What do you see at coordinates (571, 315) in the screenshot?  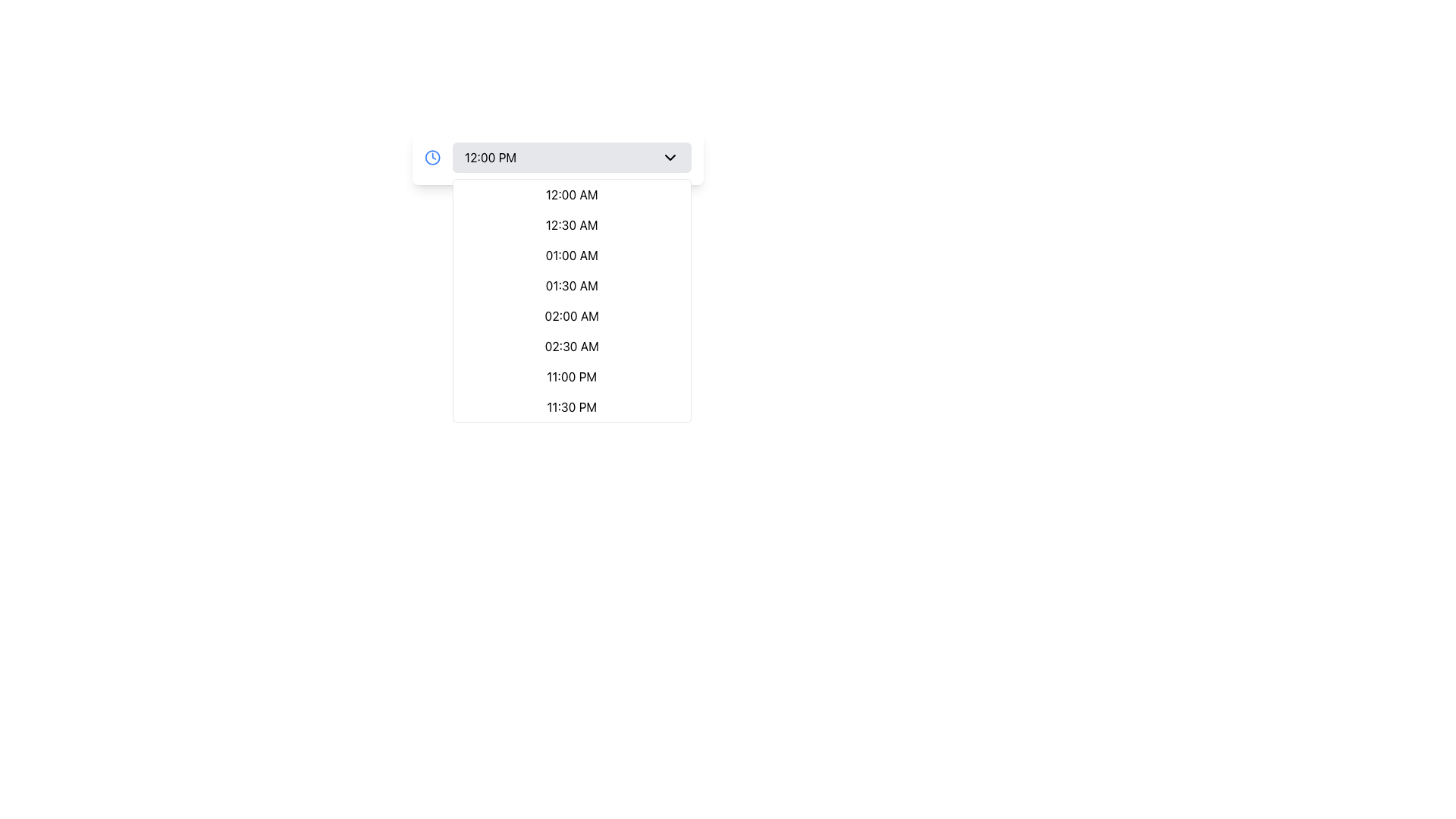 I see `the time selection item '02:00 AM' which is the fifth option in the dropdown menu` at bounding box center [571, 315].